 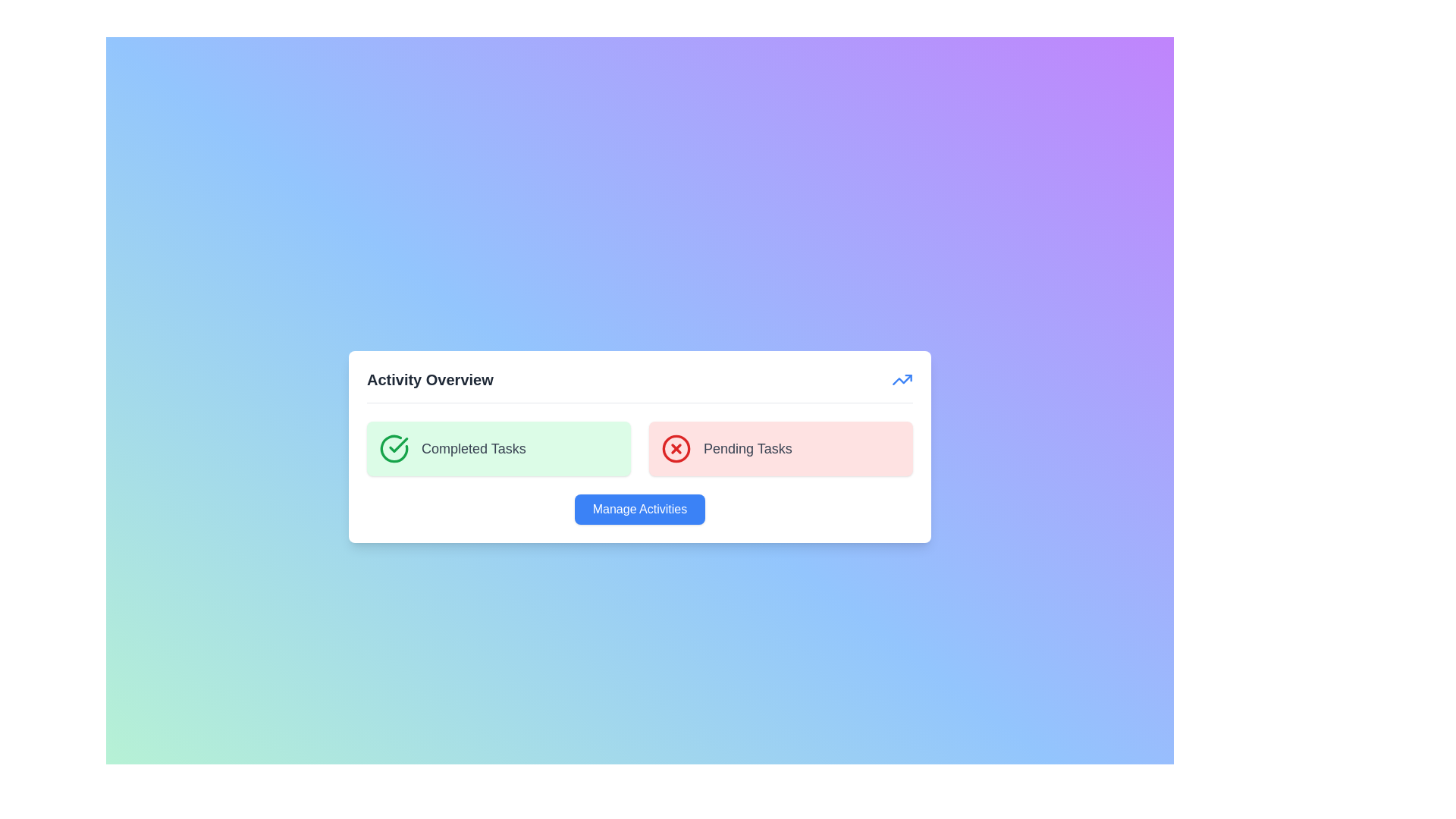 I want to click on the 'Manage Activities' button, which is a rectangular button with a blue background and white text, so click(x=640, y=509).